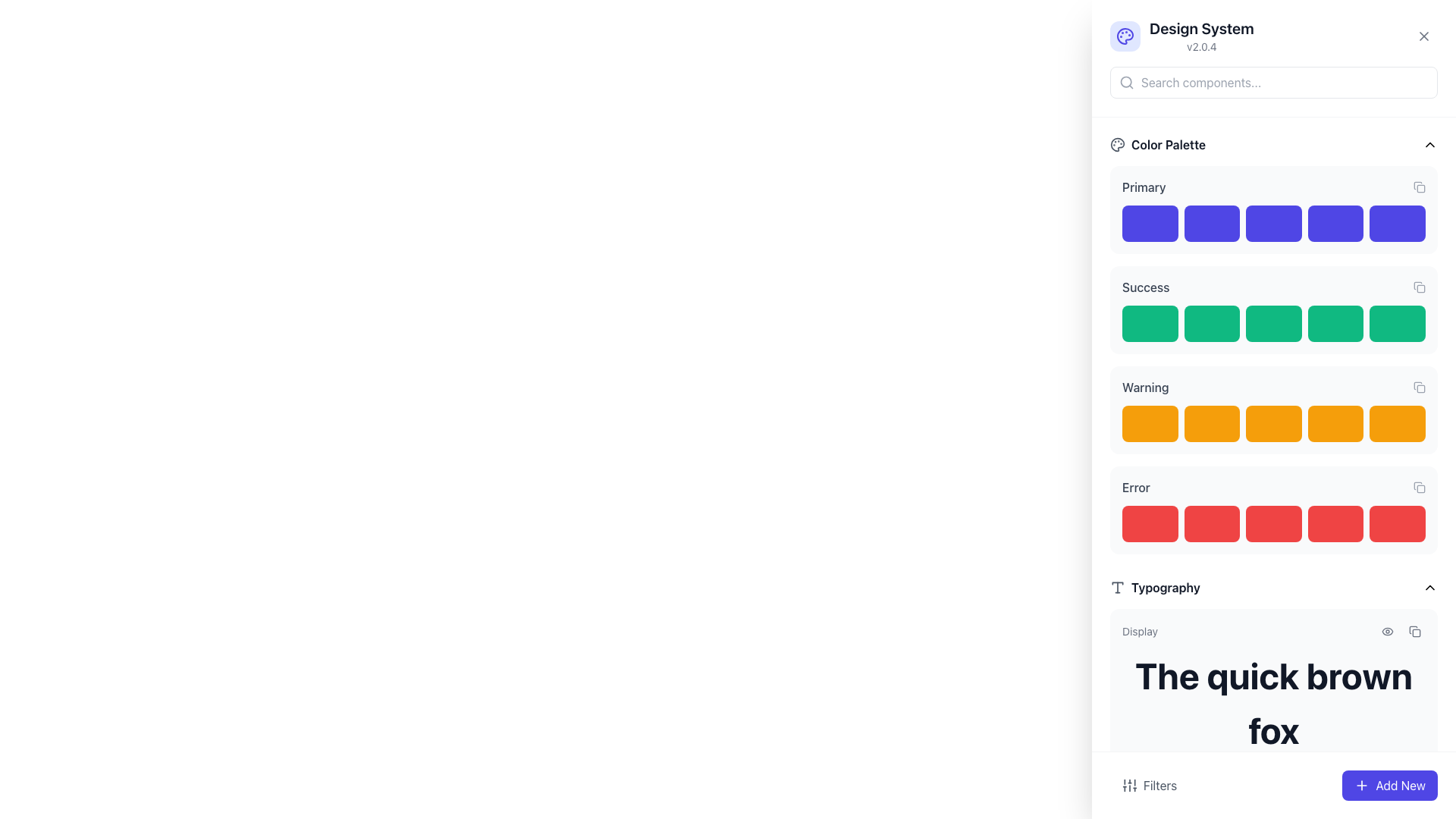 The image size is (1456, 819). What do you see at coordinates (1387, 803) in the screenshot?
I see `the minimalistic gray eye icon located in the Typography section of the UX design system interface, adjacent to the text example 'The quick brown fox'` at bounding box center [1387, 803].